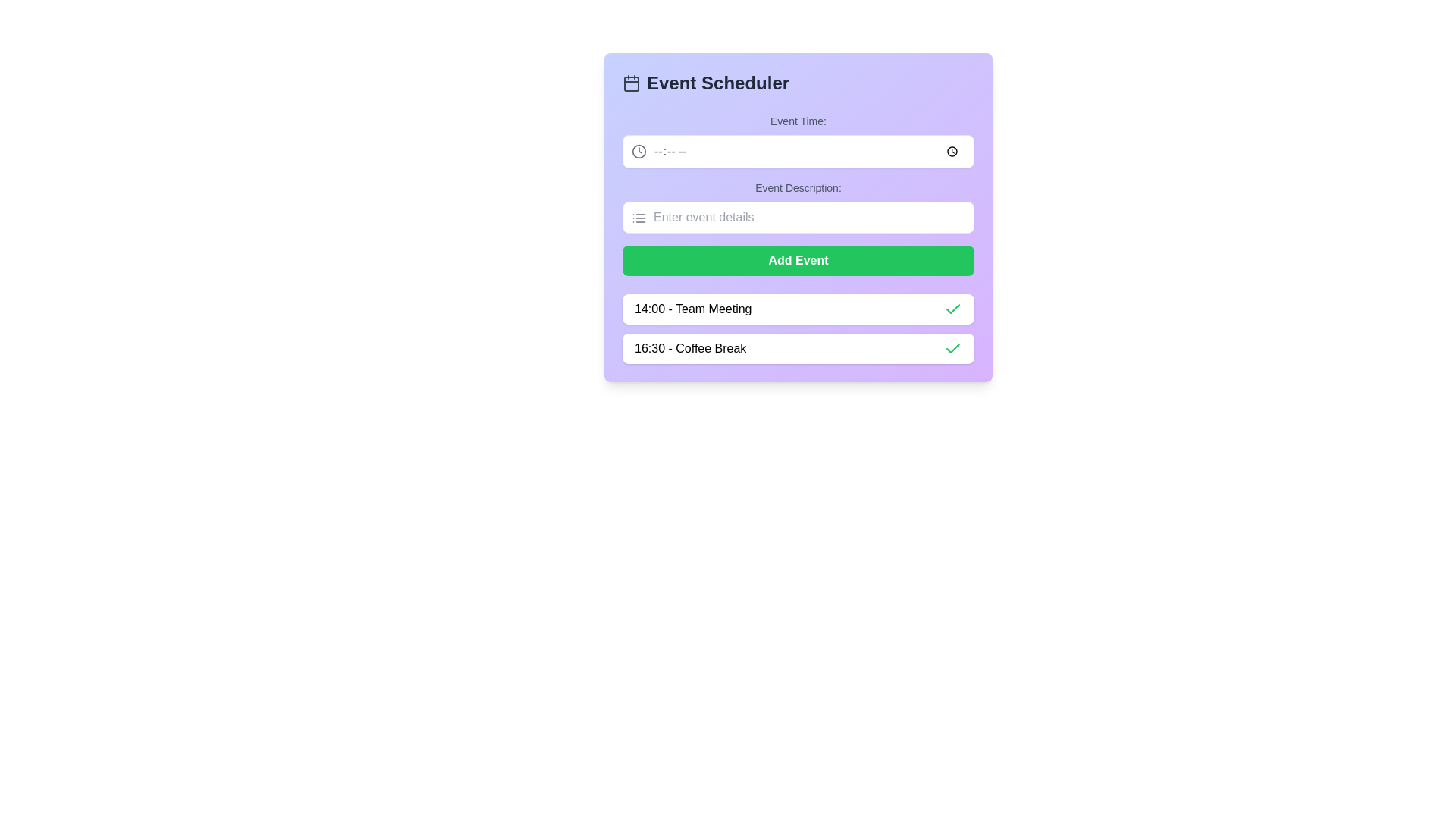 The height and width of the screenshot is (819, 1456). Describe the element at coordinates (797, 259) in the screenshot. I see `the 'Add Event' button` at that location.